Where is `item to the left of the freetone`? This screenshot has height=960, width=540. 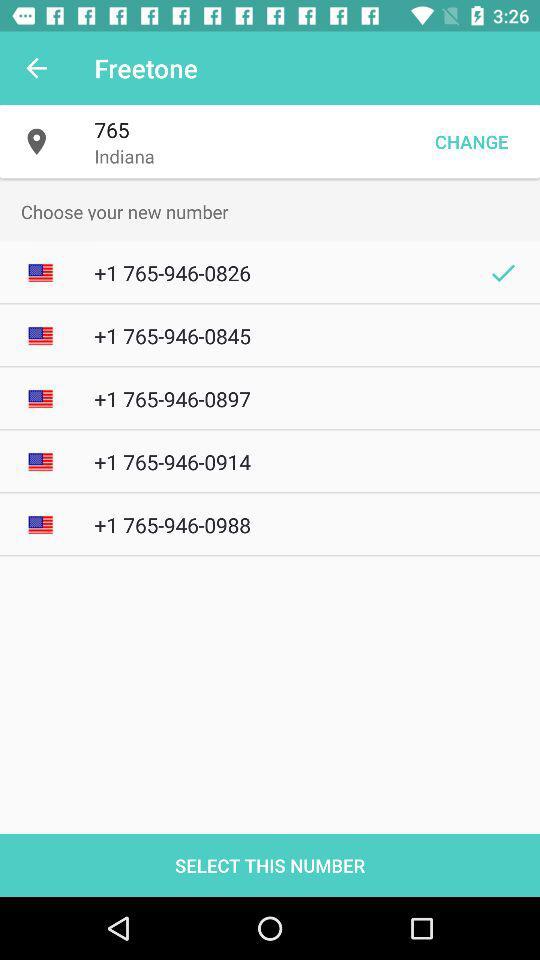
item to the left of the freetone is located at coordinates (36, 68).